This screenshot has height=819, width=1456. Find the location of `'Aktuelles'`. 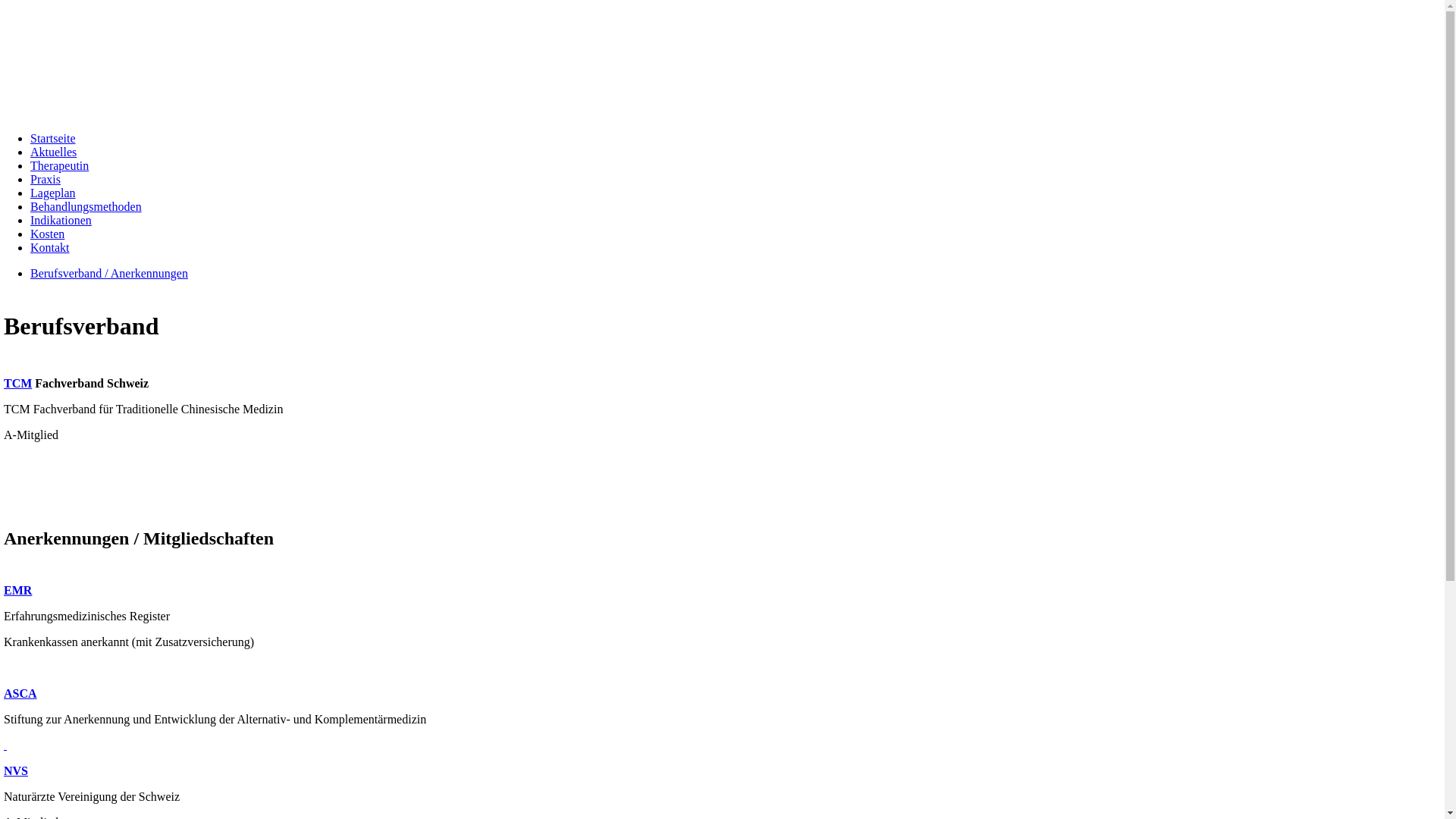

'Aktuelles' is located at coordinates (53, 152).